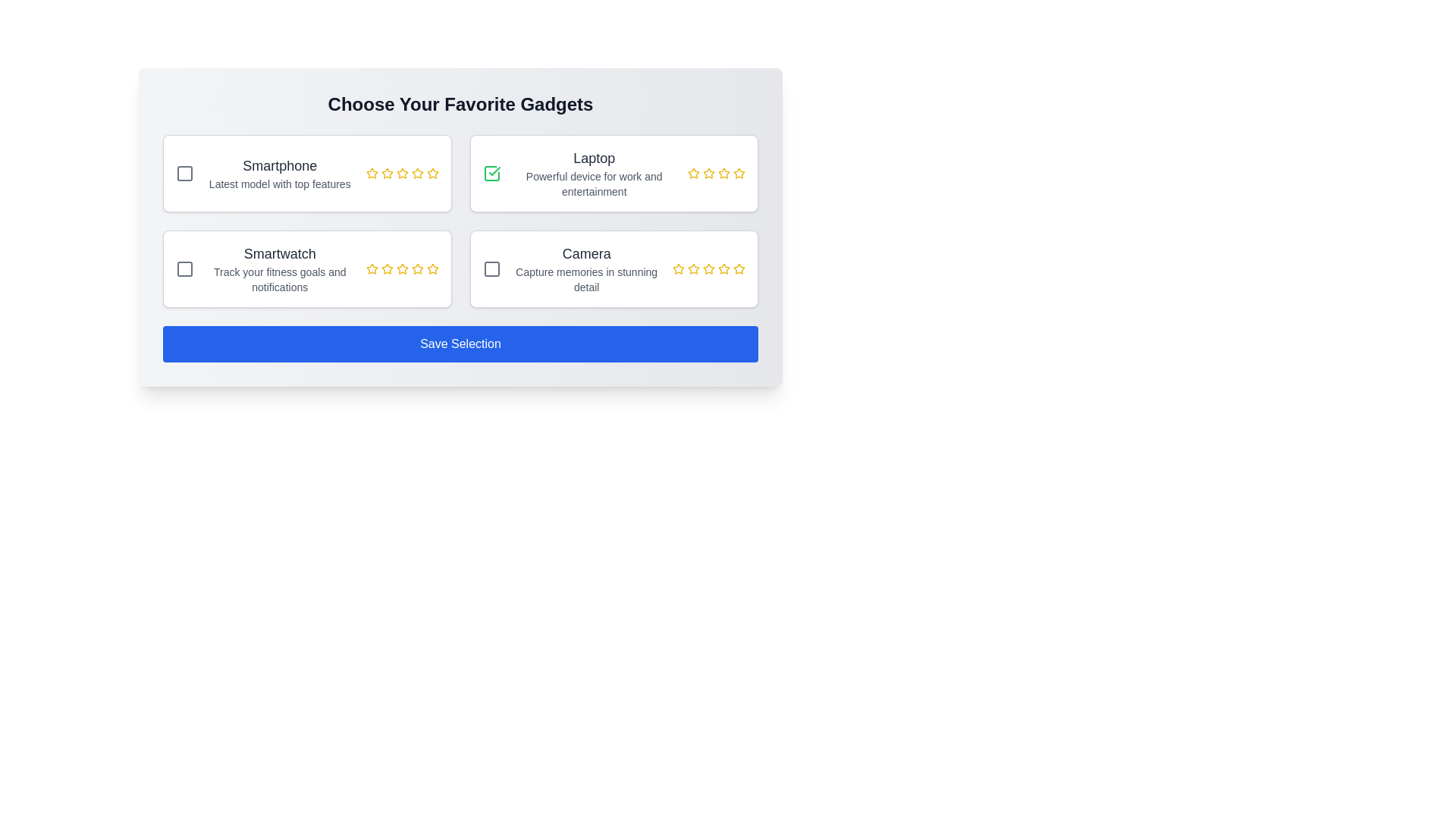 This screenshot has height=819, width=1456. Describe the element at coordinates (431, 172) in the screenshot. I see `the fifth star icon in the star rating system` at that location.